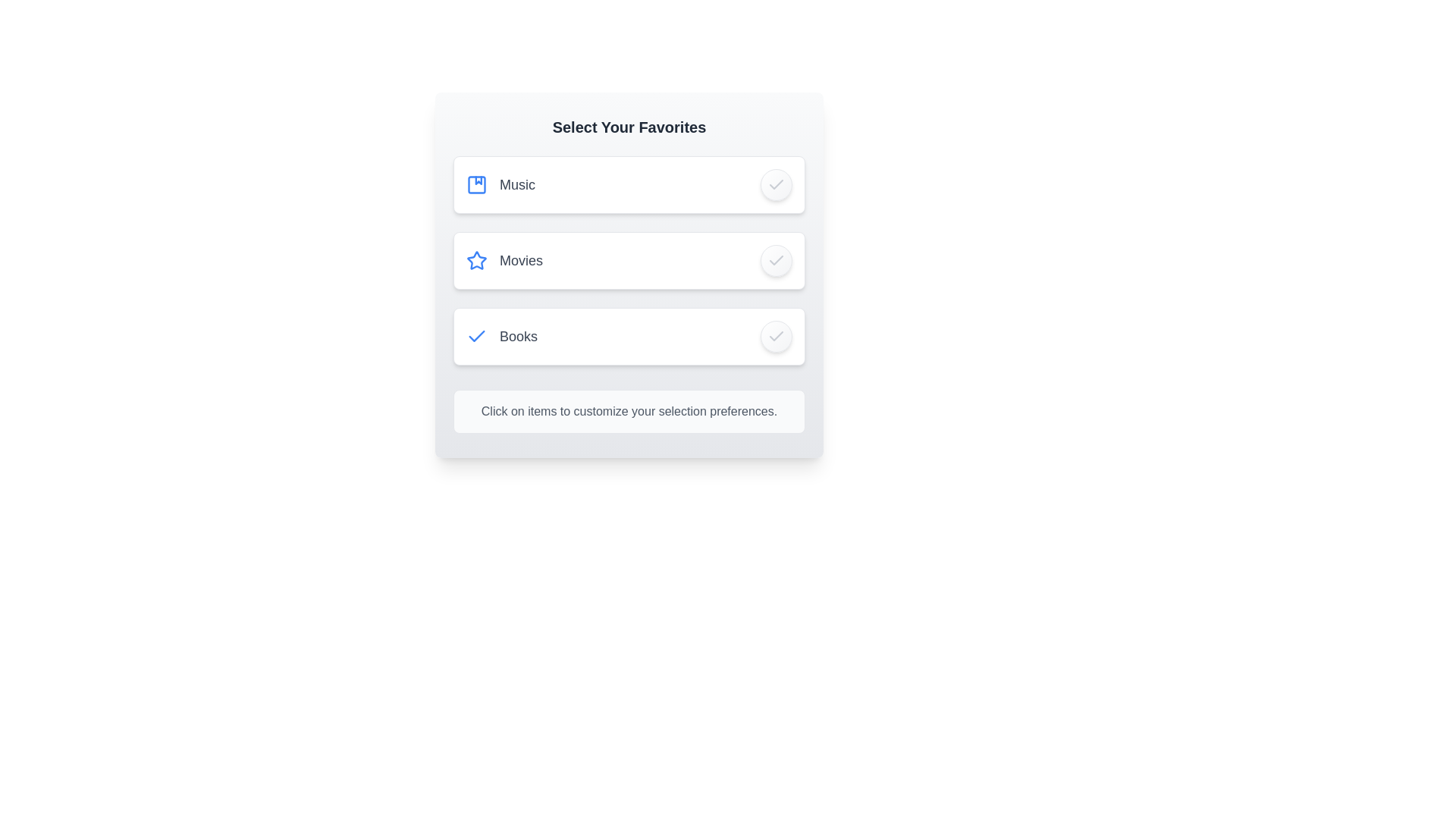 This screenshot has width=1456, height=819. What do you see at coordinates (475, 259) in the screenshot?
I see `the visual representation of the blue star icon located second in the vertical list of icons in the 'Select Your Favorites' interface under the 'Movies' option` at bounding box center [475, 259].